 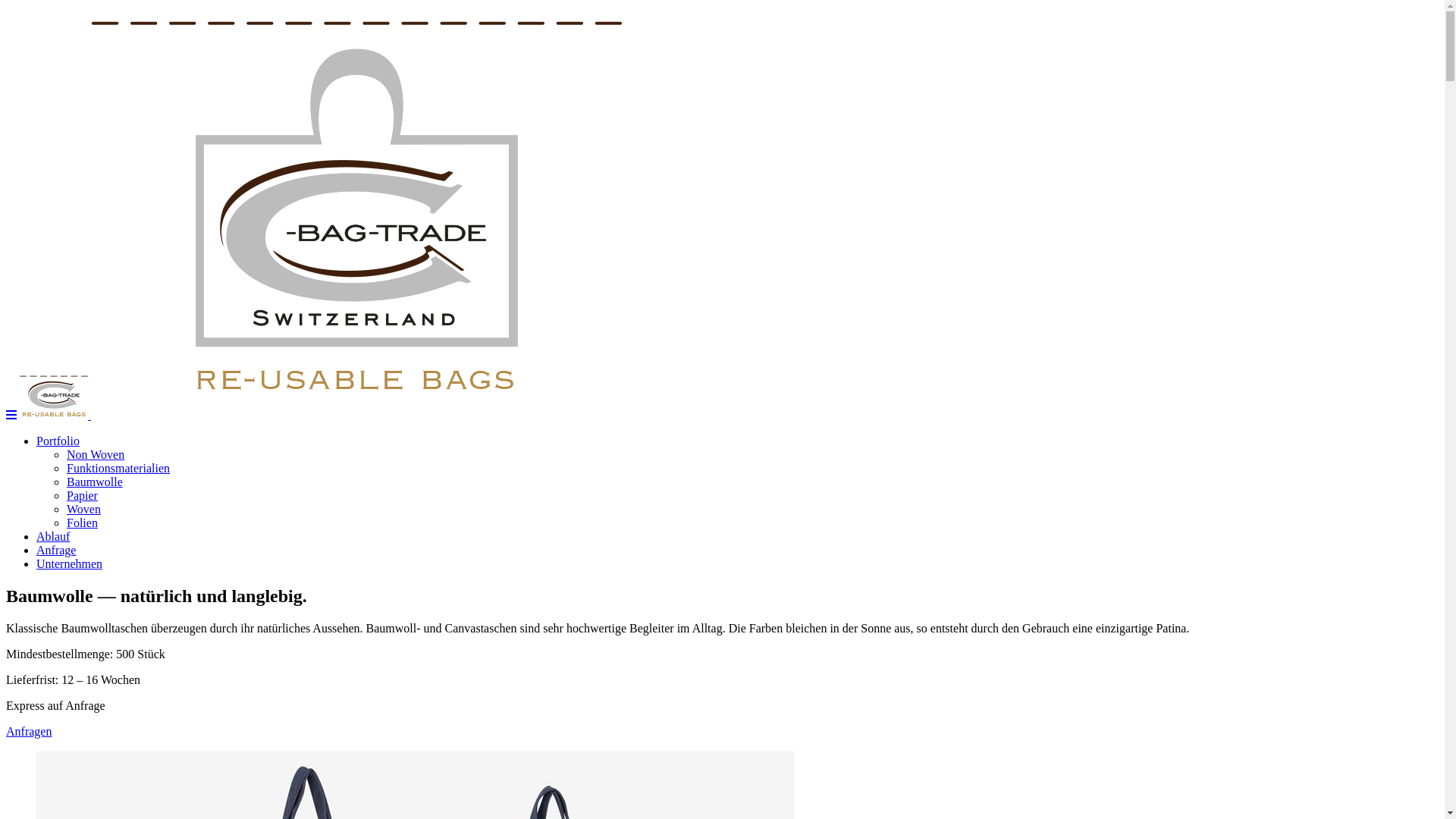 I want to click on 'Papier', so click(x=81, y=495).